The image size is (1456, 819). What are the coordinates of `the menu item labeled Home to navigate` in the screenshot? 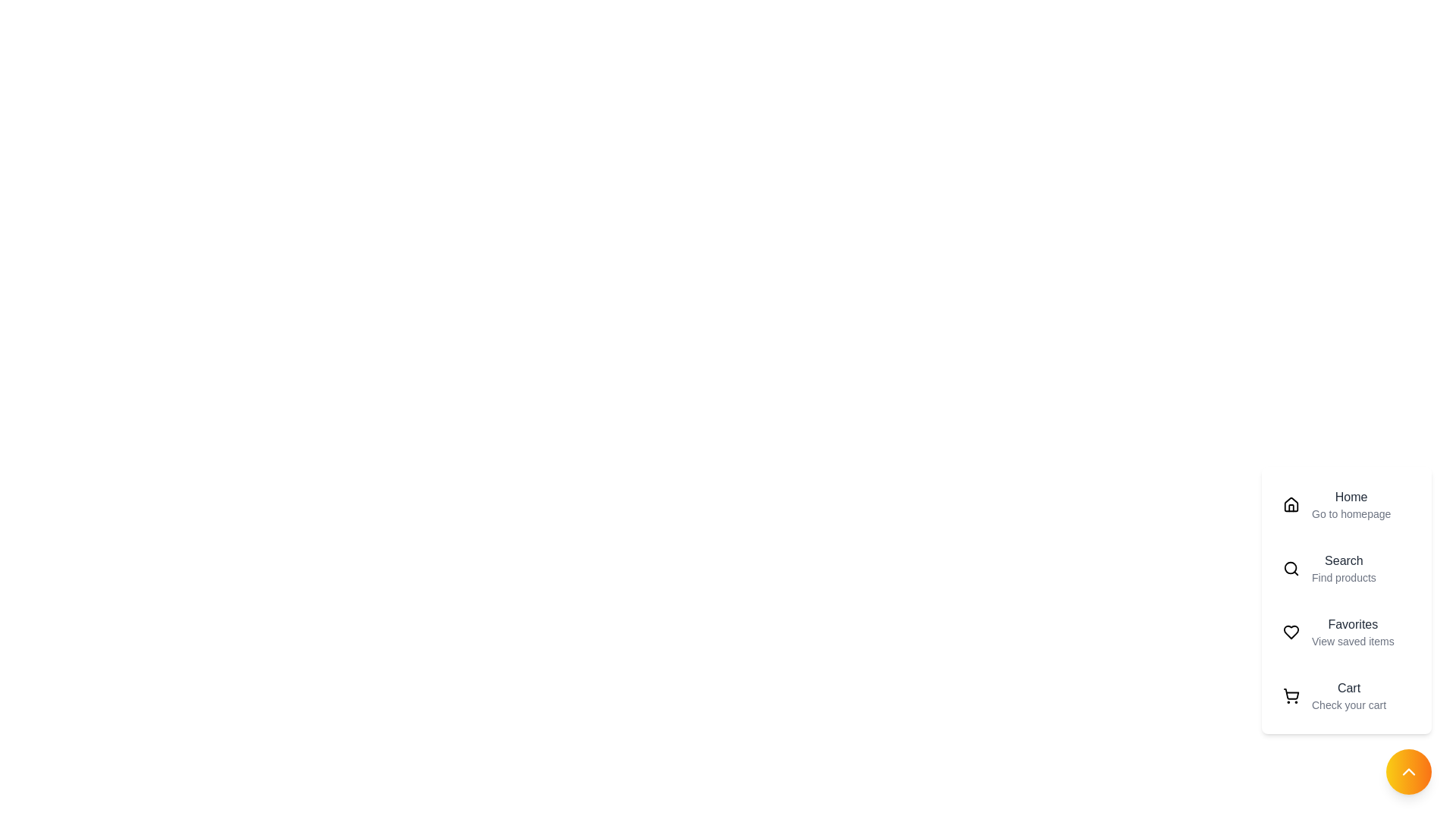 It's located at (1347, 505).